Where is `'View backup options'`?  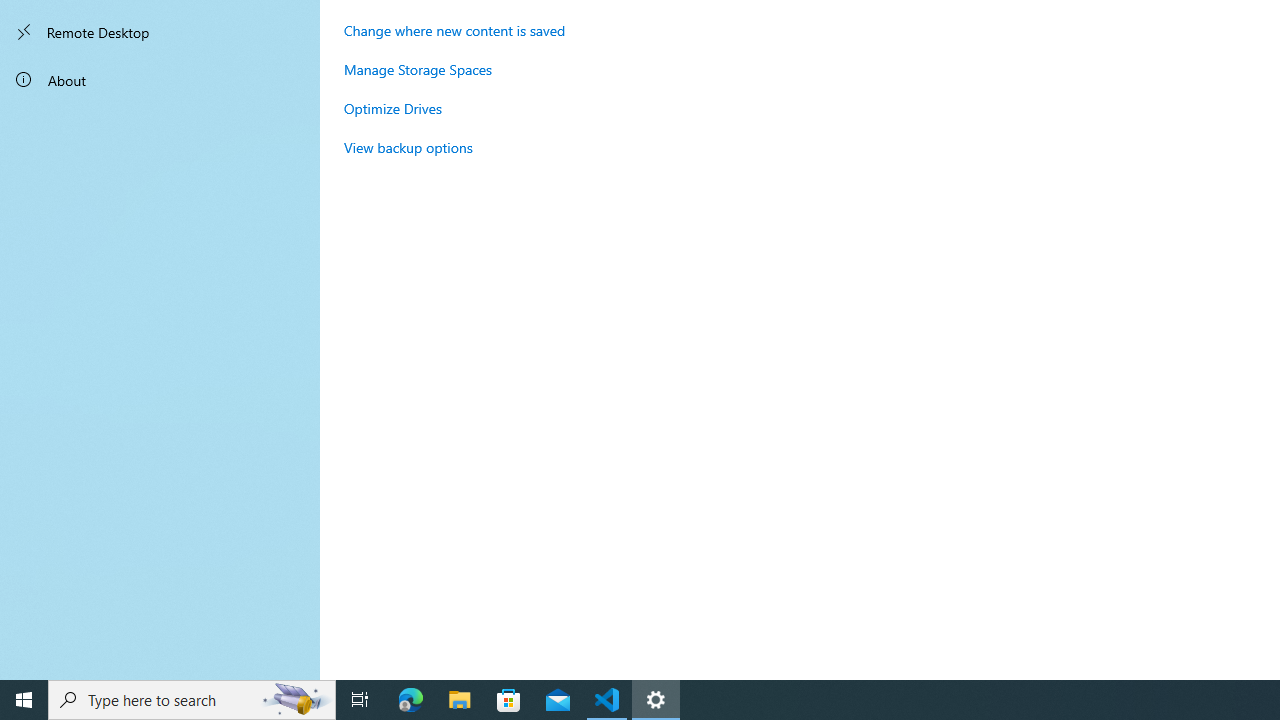
'View backup options' is located at coordinates (407, 146).